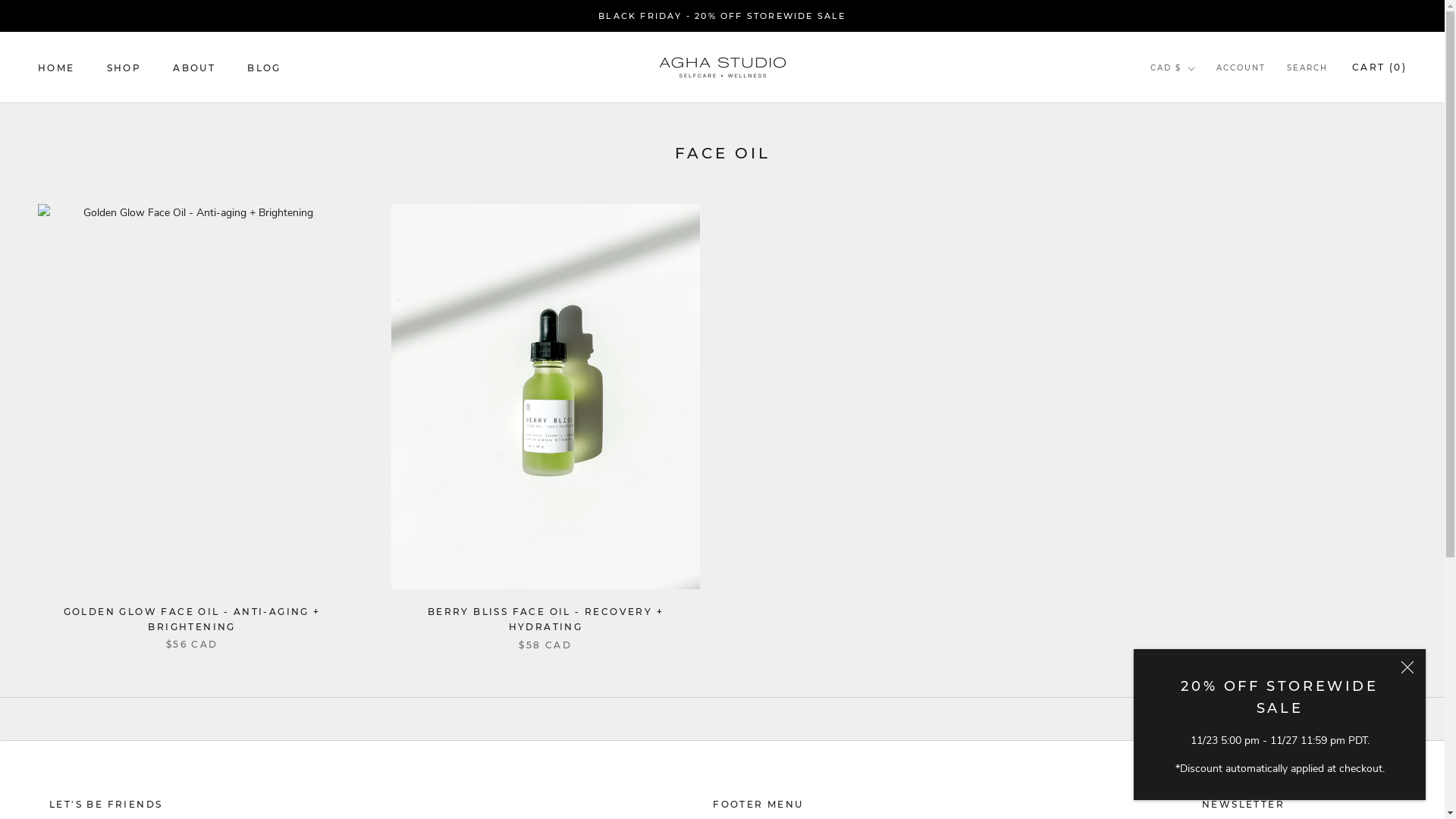 The height and width of the screenshot is (819, 1456). I want to click on 'CART (0)', so click(1379, 66).